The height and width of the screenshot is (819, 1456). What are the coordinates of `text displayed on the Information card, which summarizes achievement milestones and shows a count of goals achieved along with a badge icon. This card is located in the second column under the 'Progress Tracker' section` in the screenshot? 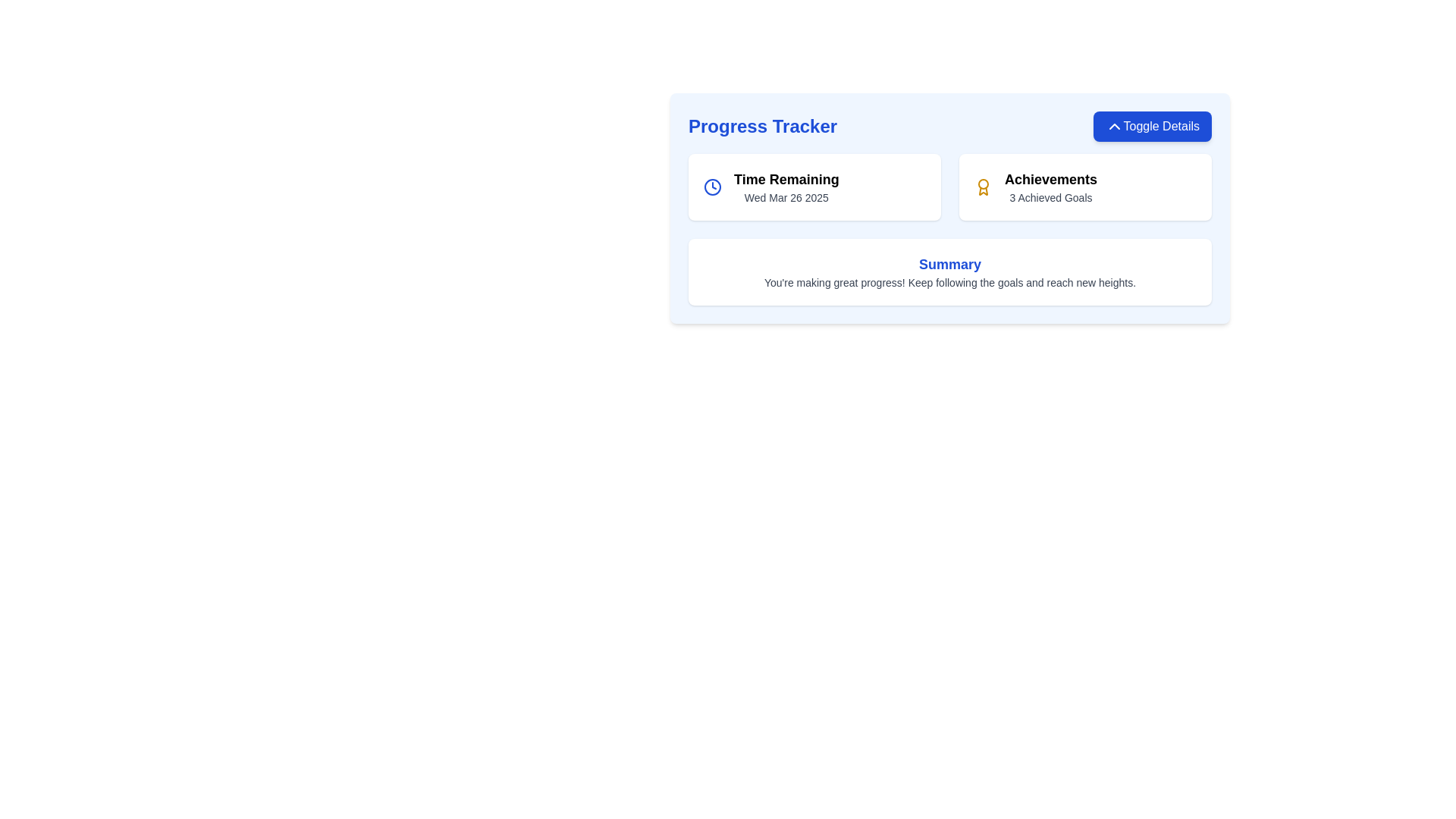 It's located at (1084, 186).